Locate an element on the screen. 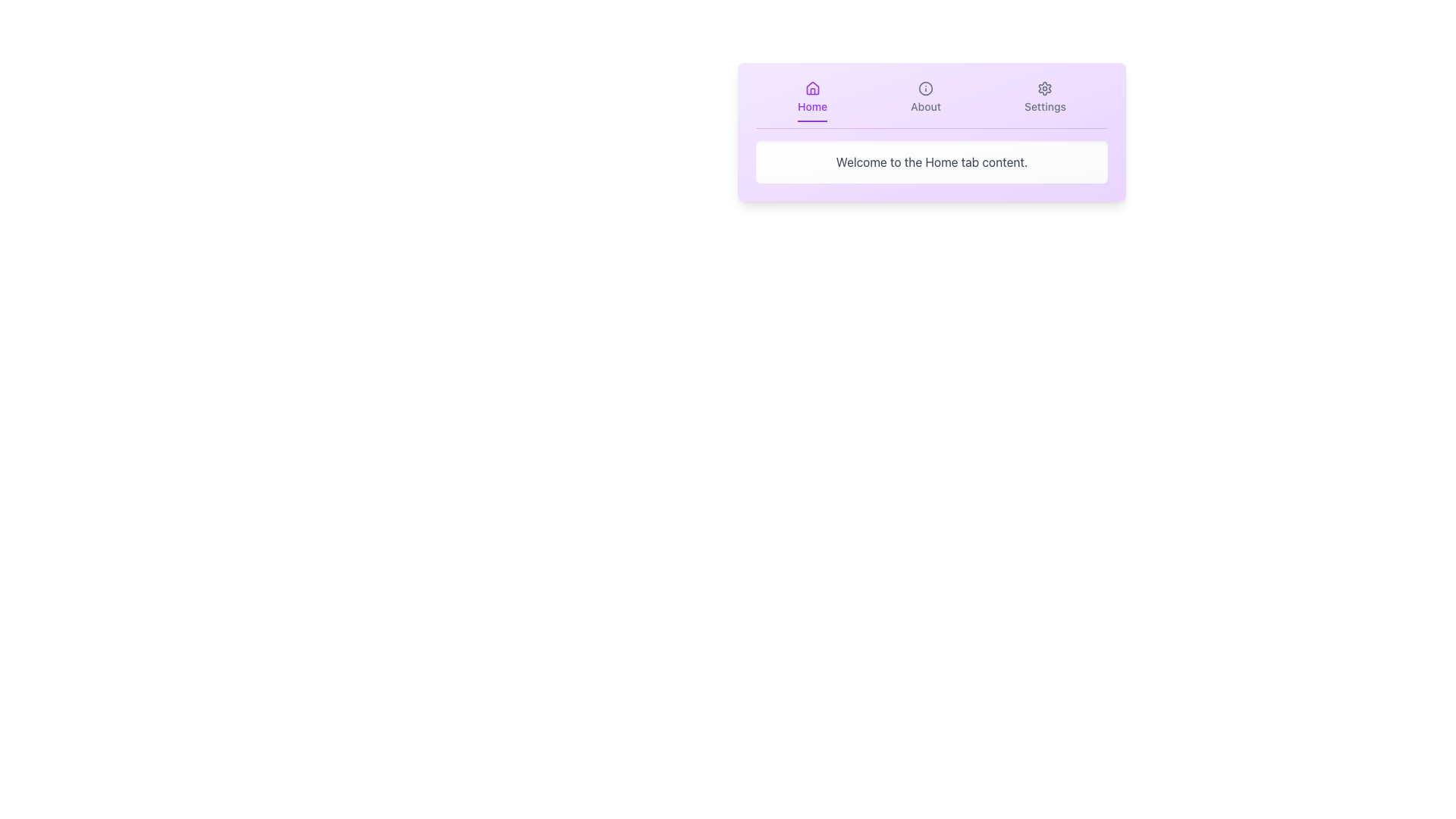 Image resolution: width=1456 pixels, height=819 pixels. the navigation button that is the third item in a horizontal navigation bar is located at coordinates (1044, 102).